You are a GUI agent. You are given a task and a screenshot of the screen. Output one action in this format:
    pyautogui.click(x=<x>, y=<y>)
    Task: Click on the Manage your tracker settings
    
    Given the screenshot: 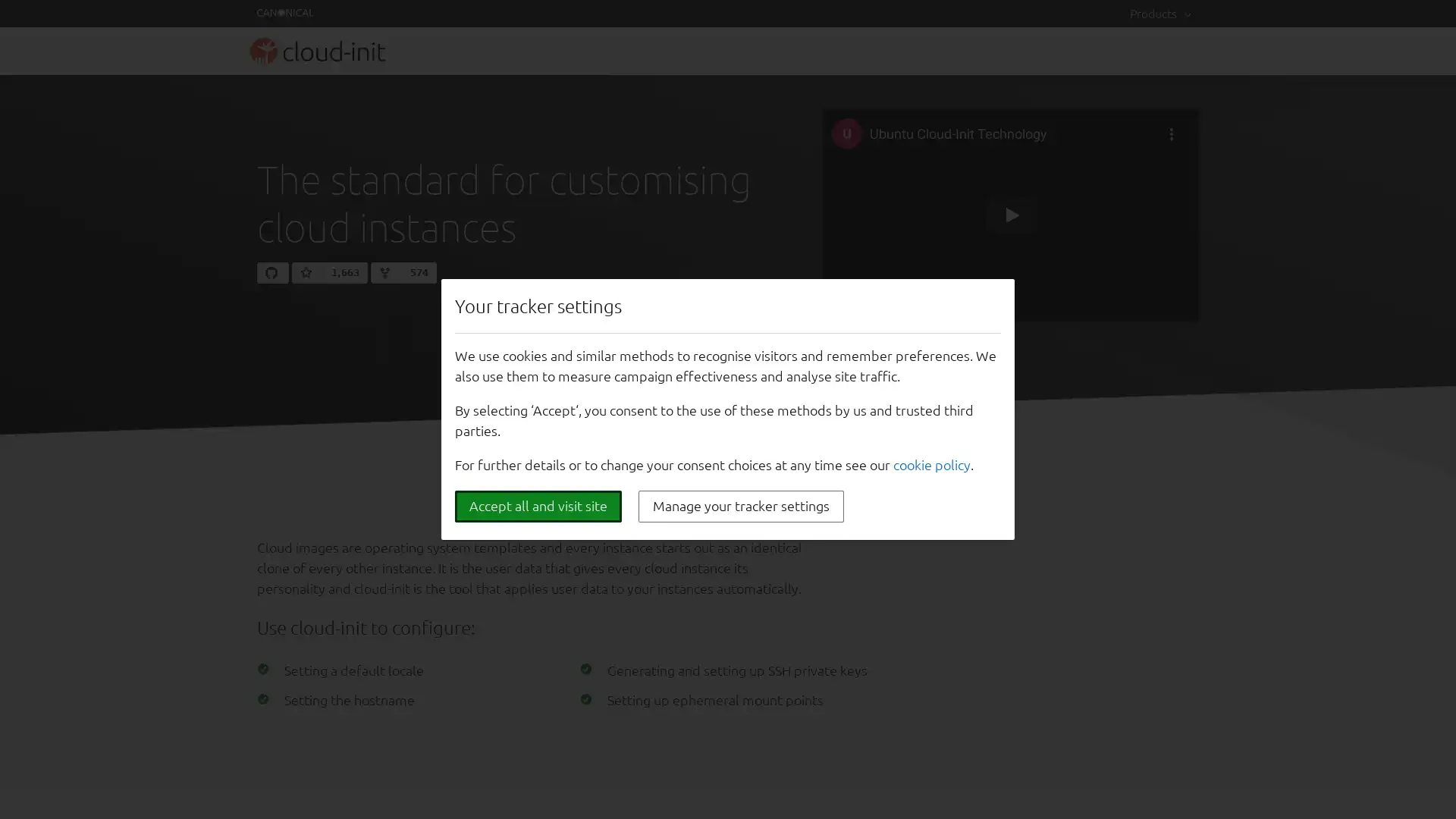 What is the action you would take?
    pyautogui.click(x=741, y=506)
    